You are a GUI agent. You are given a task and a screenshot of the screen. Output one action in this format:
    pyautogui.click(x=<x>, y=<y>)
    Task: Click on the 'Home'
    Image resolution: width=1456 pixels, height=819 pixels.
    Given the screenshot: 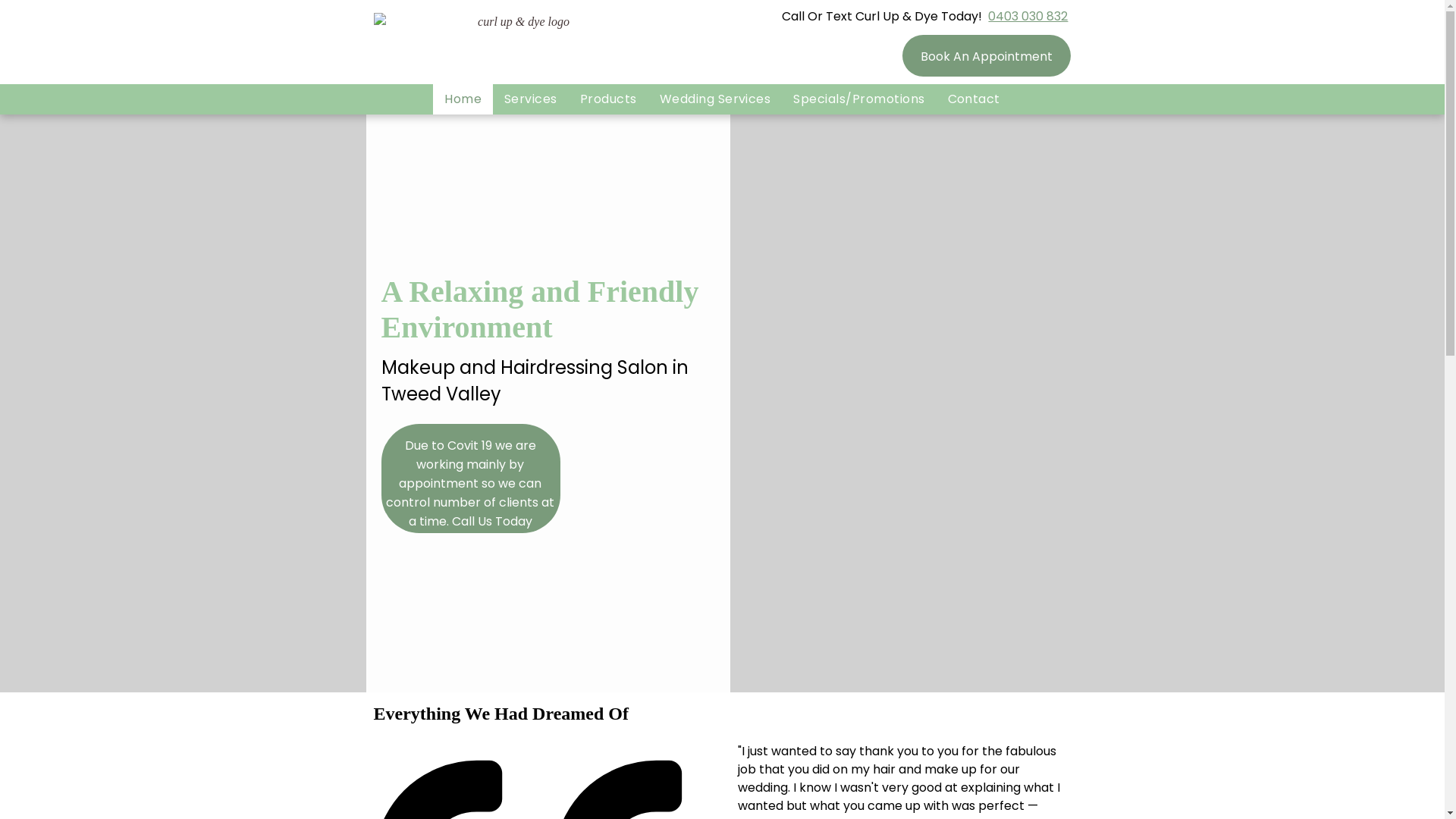 What is the action you would take?
    pyautogui.click(x=462, y=99)
    